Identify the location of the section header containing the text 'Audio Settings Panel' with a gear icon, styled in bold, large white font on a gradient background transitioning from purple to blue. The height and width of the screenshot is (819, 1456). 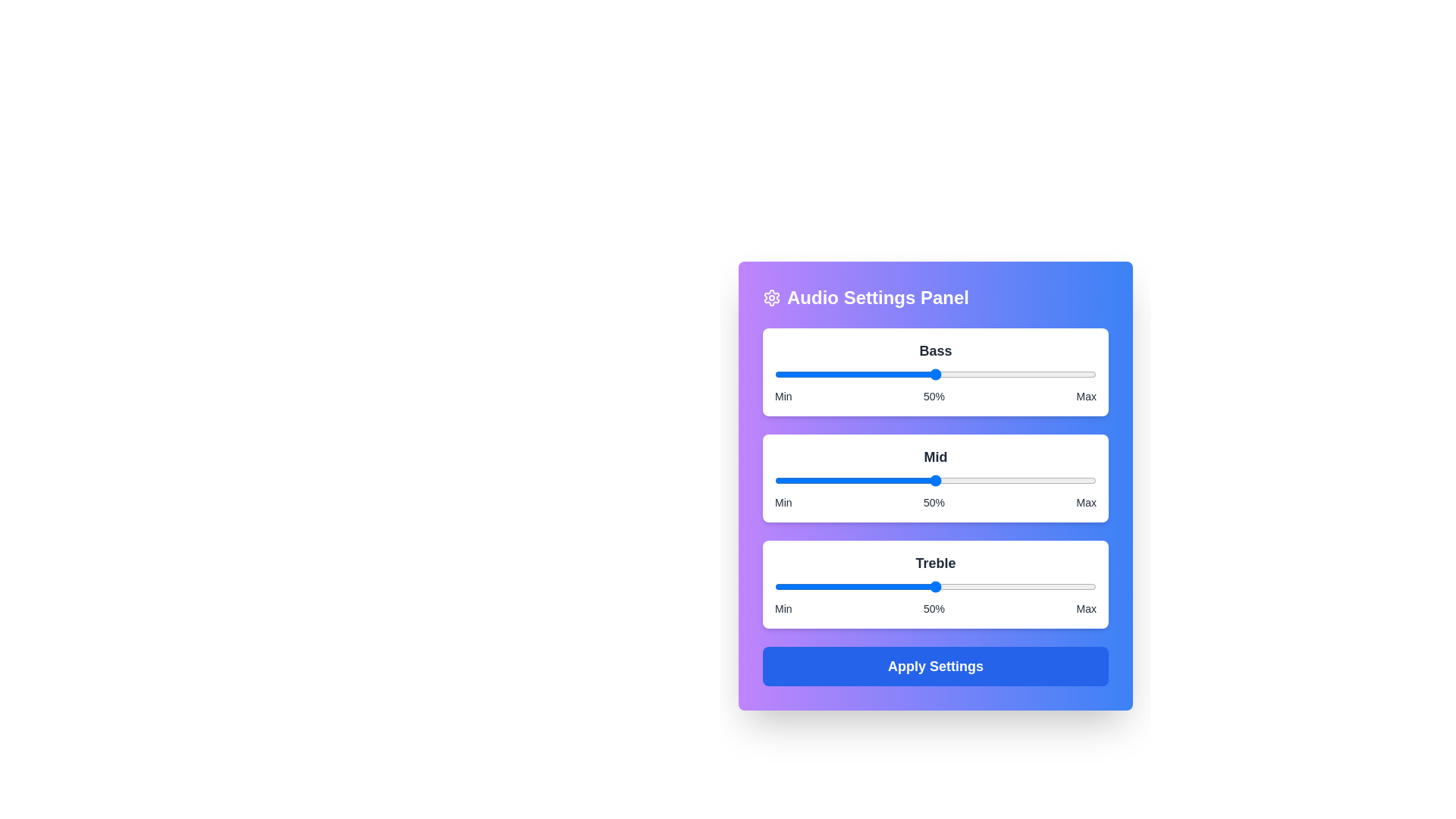
(934, 298).